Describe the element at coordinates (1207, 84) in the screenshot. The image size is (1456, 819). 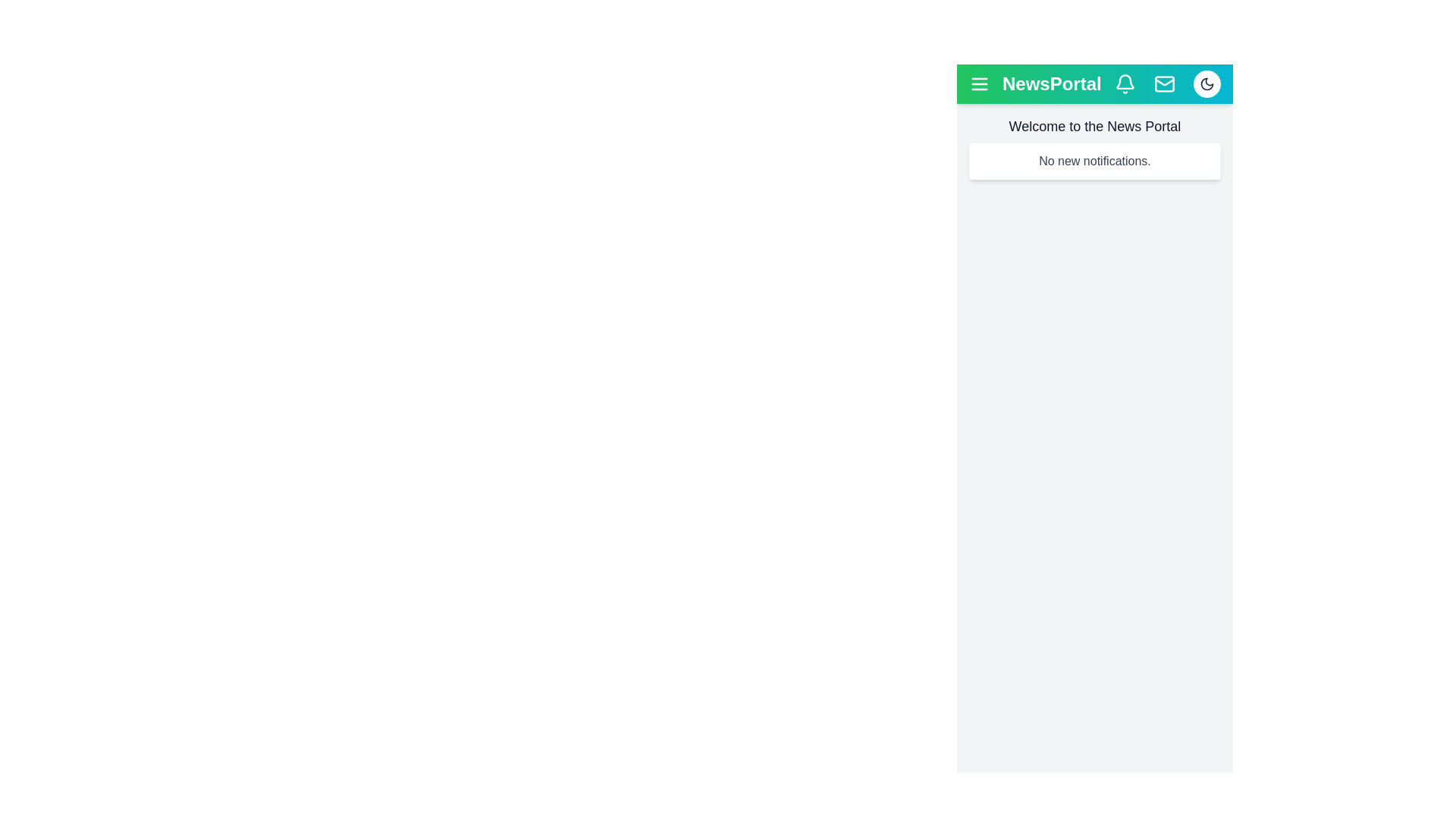
I see `the button with the moon icon to toggle the theme` at that location.